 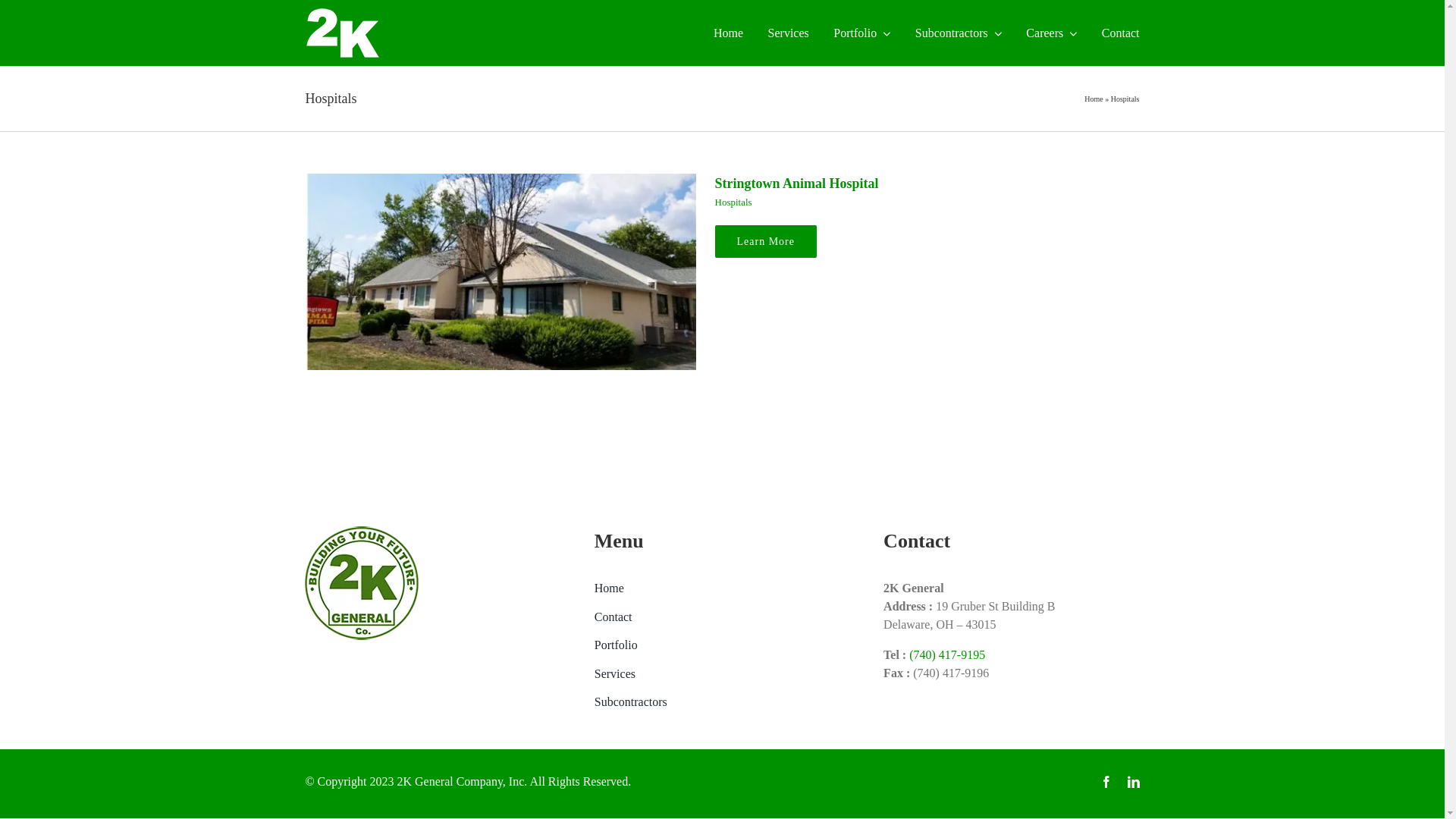 What do you see at coordinates (1050, 33) in the screenshot?
I see `'Careers'` at bounding box center [1050, 33].